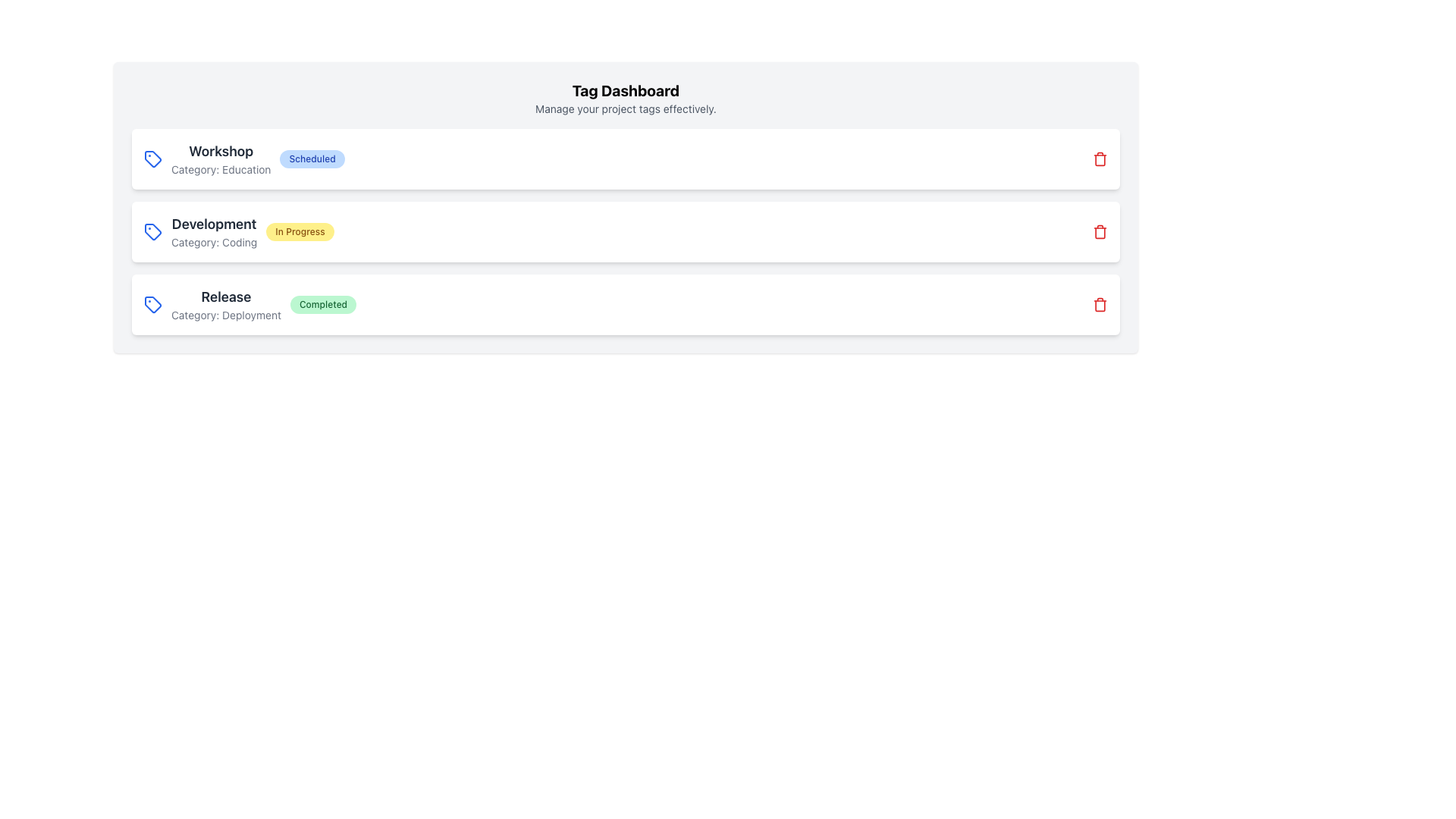 This screenshot has width=1456, height=819. I want to click on the first card-like display element in the vertically stacked list, which shows the title, category, and status of a categorized item, so click(244, 158).